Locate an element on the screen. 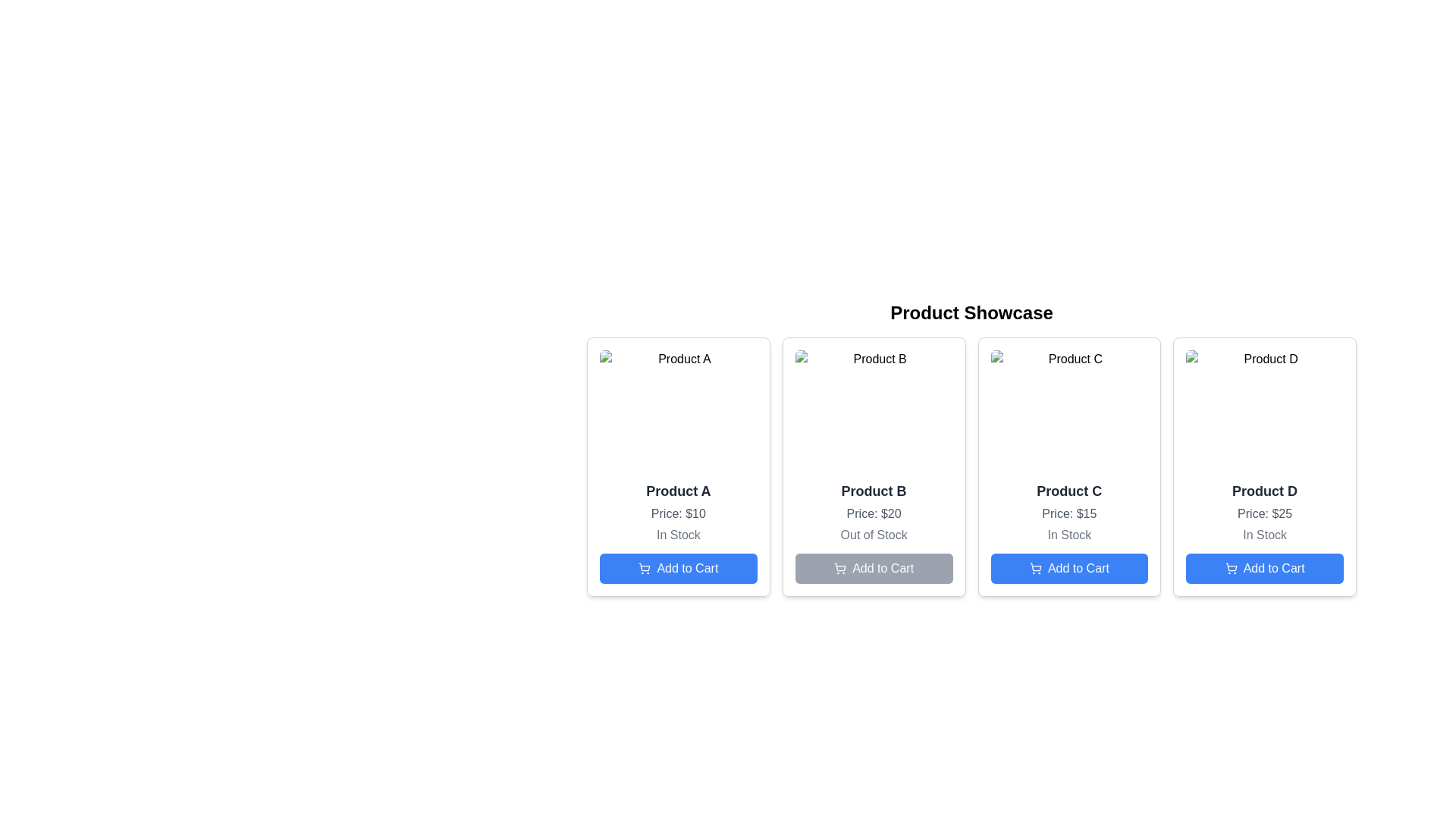  the 'Add to Cart' button for 'Product C', which is a rectangular button with rounded corners, a bright blue background, and white text is located at coordinates (1068, 568).